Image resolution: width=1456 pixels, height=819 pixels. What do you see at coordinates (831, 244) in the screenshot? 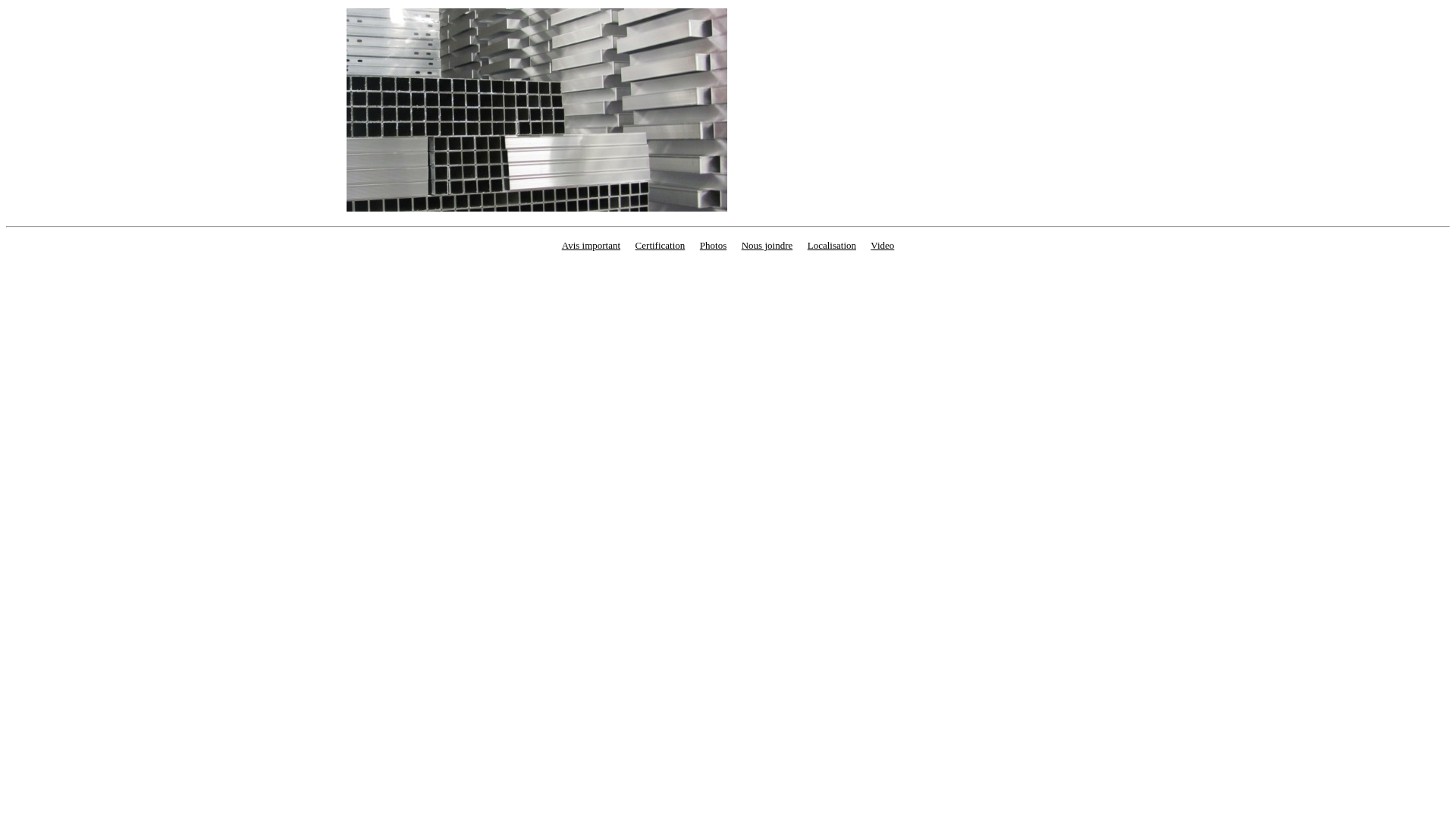
I see `'Localisation'` at bounding box center [831, 244].